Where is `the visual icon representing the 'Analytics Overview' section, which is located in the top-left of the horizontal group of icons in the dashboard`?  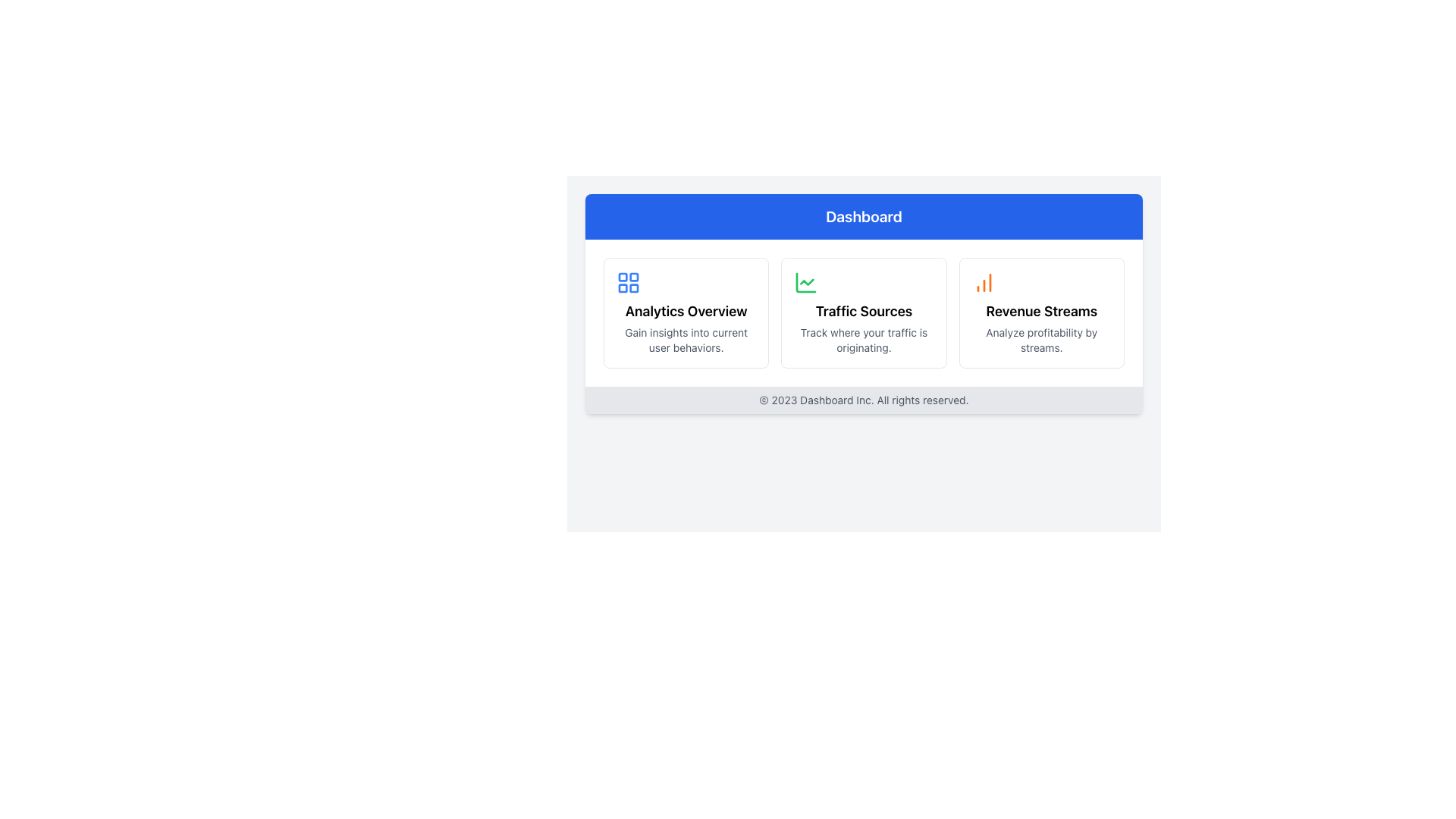 the visual icon representing the 'Analytics Overview' section, which is located in the top-left of the horizontal group of icons in the dashboard is located at coordinates (629, 283).